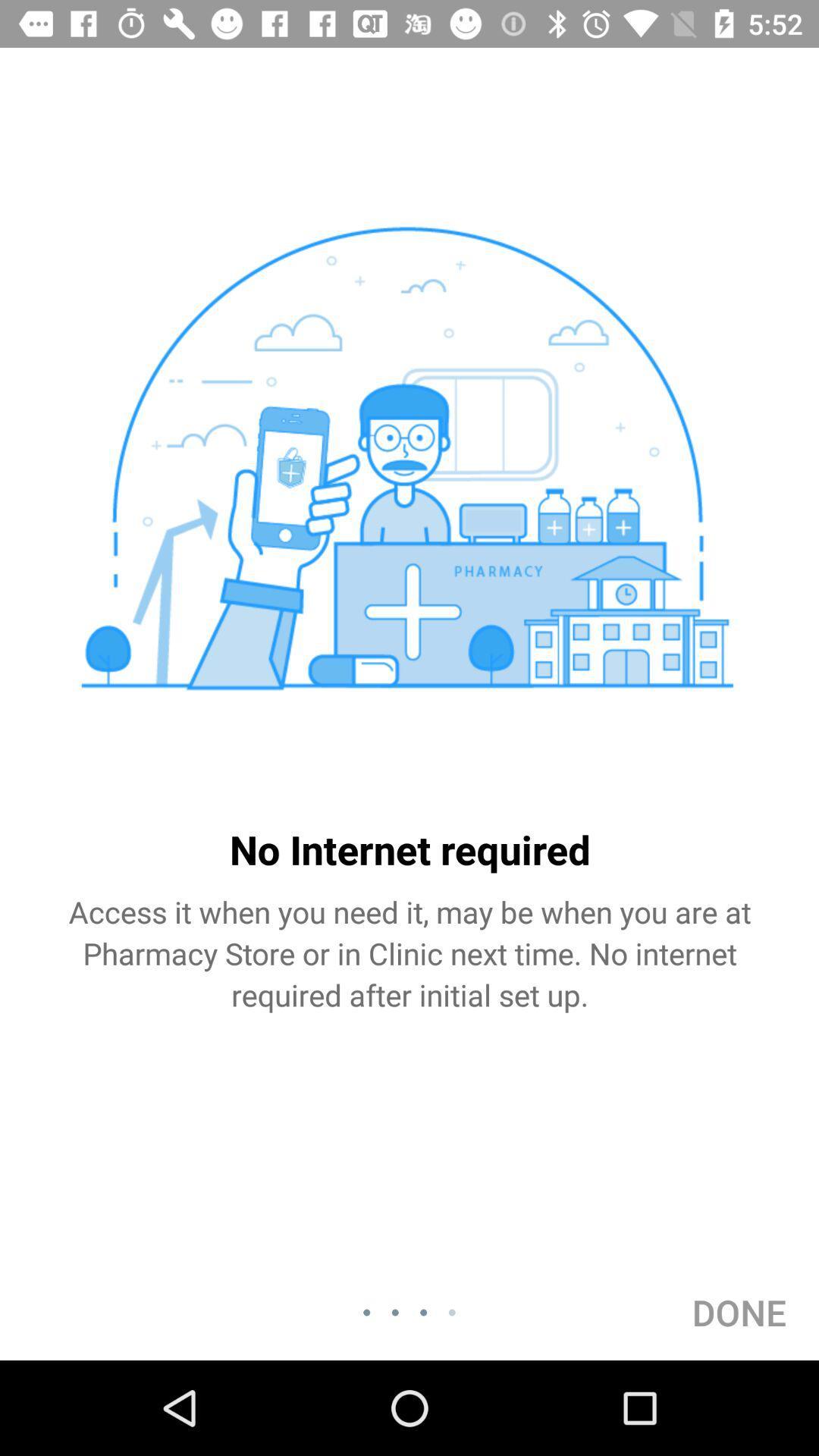 The height and width of the screenshot is (1456, 819). Describe the element at coordinates (739, 1312) in the screenshot. I see `item at the bottom right corner` at that location.